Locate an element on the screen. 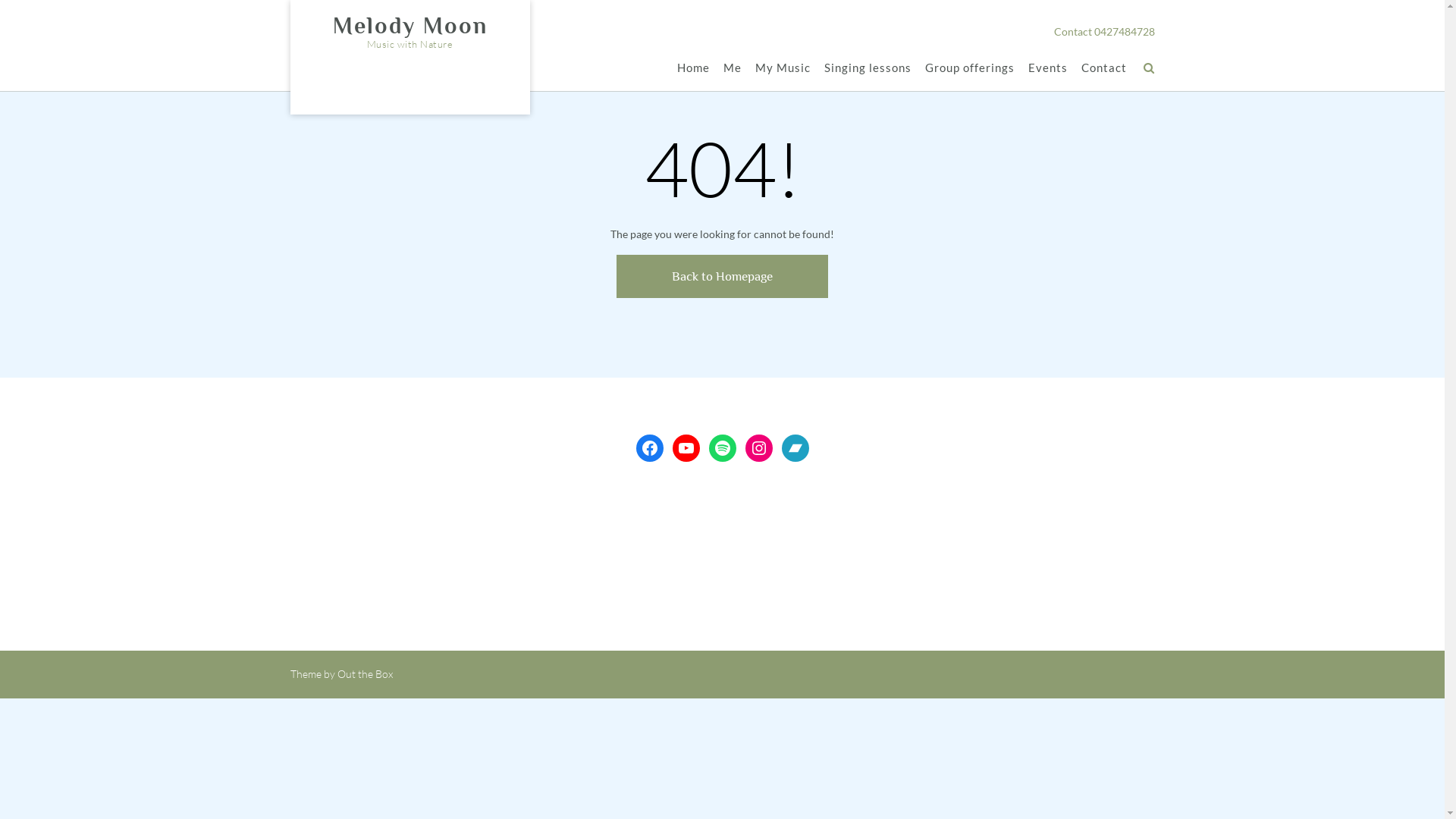  'Out the Box' is located at coordinates (336, 673).